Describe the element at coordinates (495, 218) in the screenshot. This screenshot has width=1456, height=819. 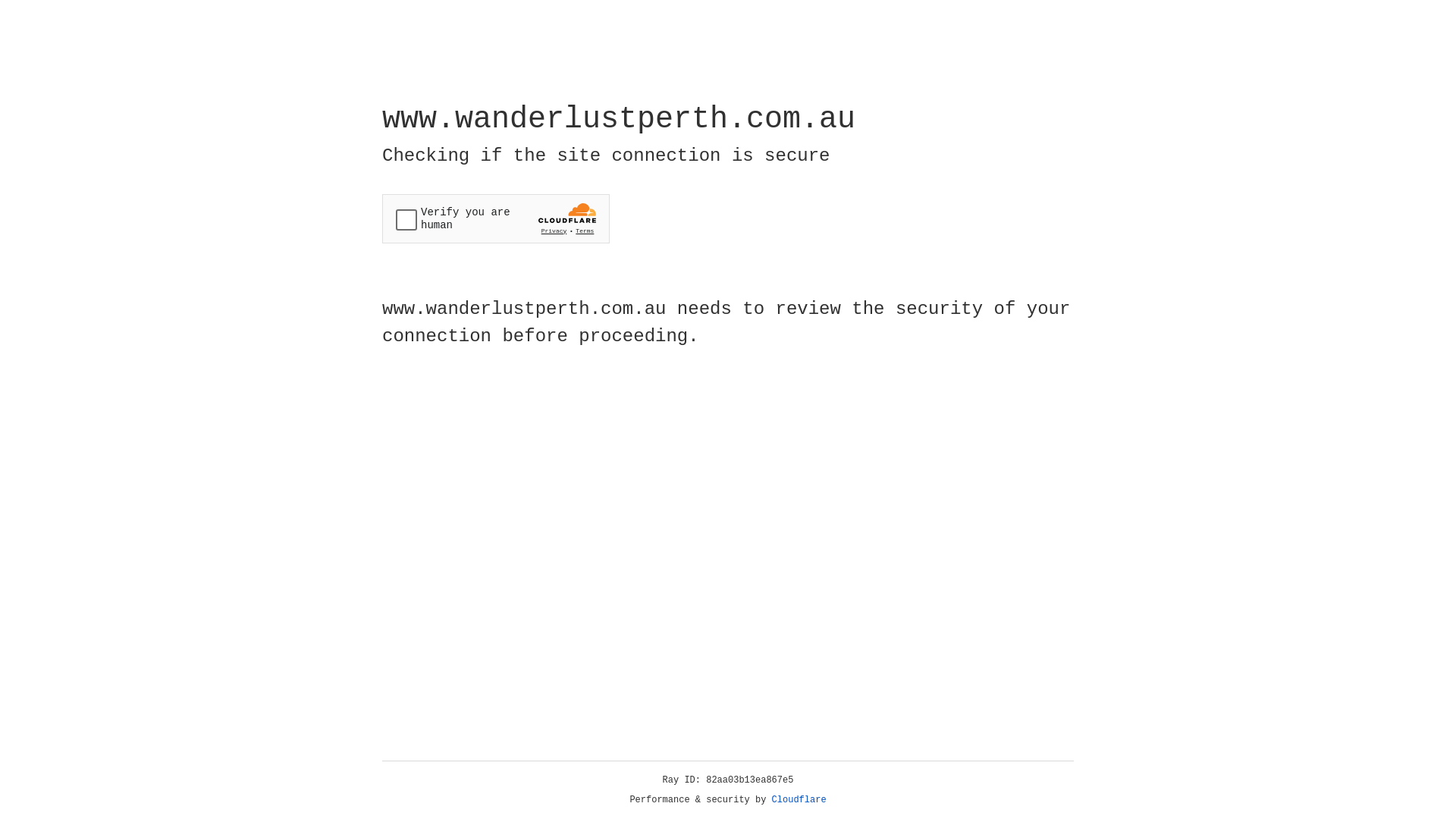
I see `'Widget containing a Cloudflare security challenge'` at that location.